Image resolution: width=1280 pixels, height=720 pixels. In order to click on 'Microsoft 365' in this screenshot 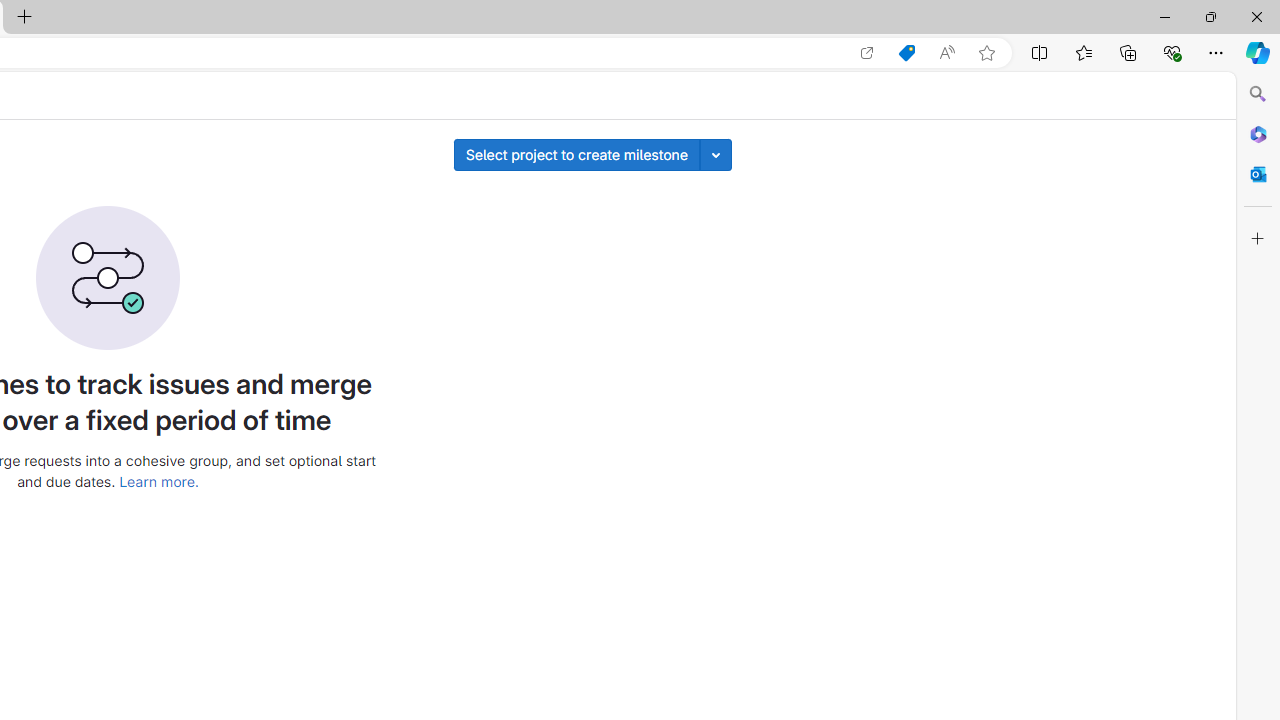, I will do `click(1257, 133)`.